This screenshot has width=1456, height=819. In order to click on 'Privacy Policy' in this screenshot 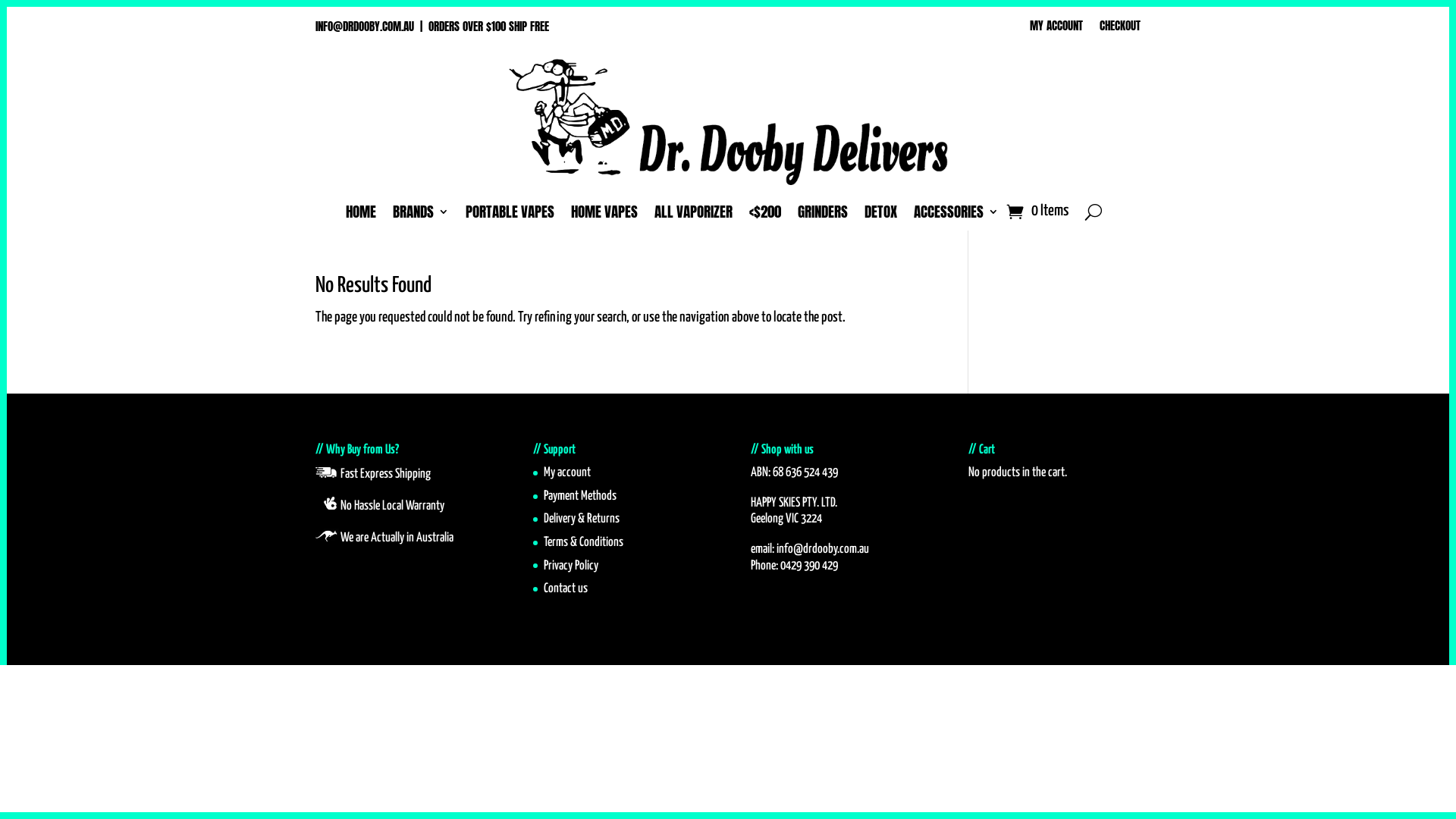, I will do `click(543, 566)`.